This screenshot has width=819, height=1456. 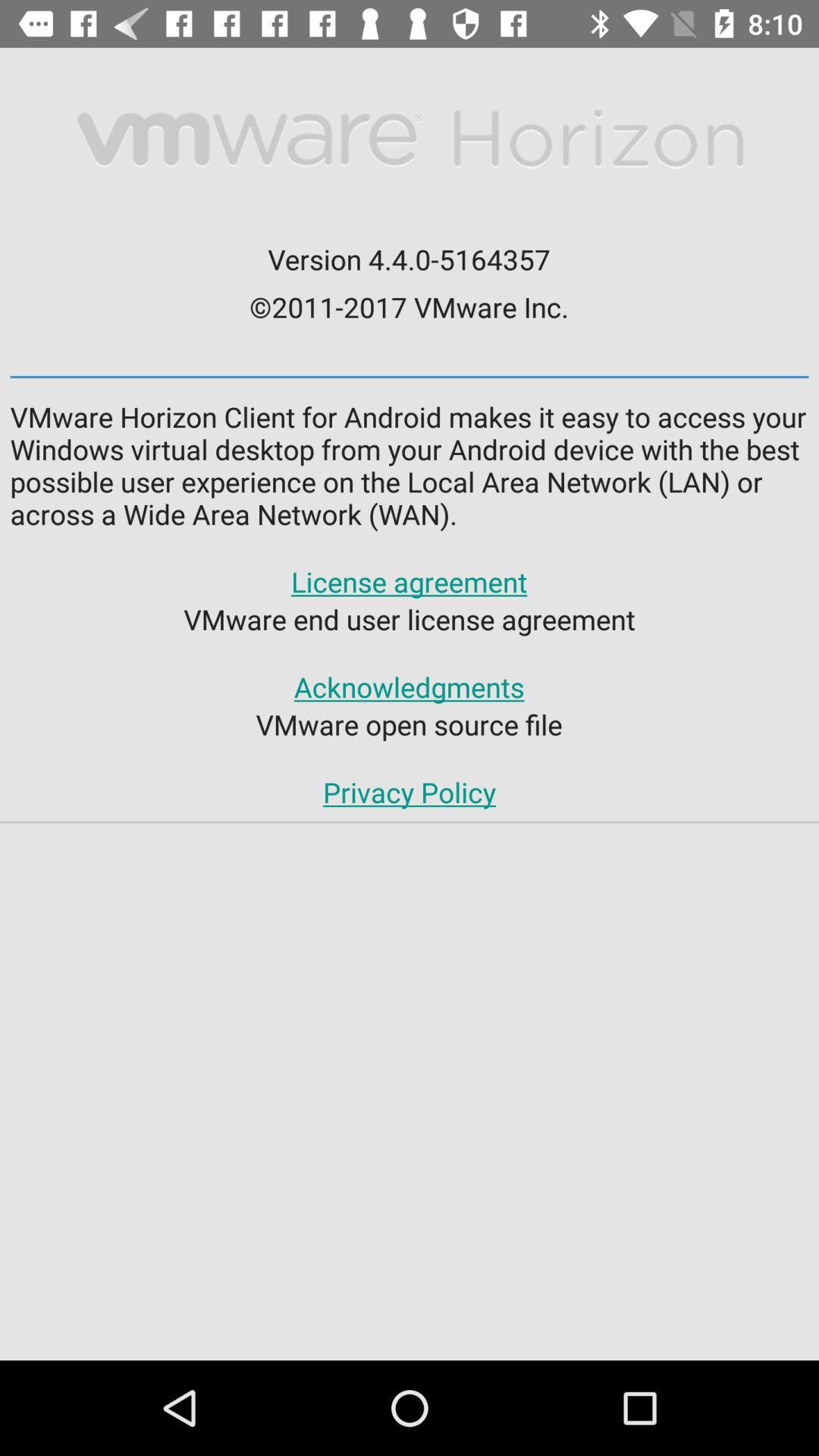 I want to click on the 2011 2017 vmware icon, so click(x=408, y=306).